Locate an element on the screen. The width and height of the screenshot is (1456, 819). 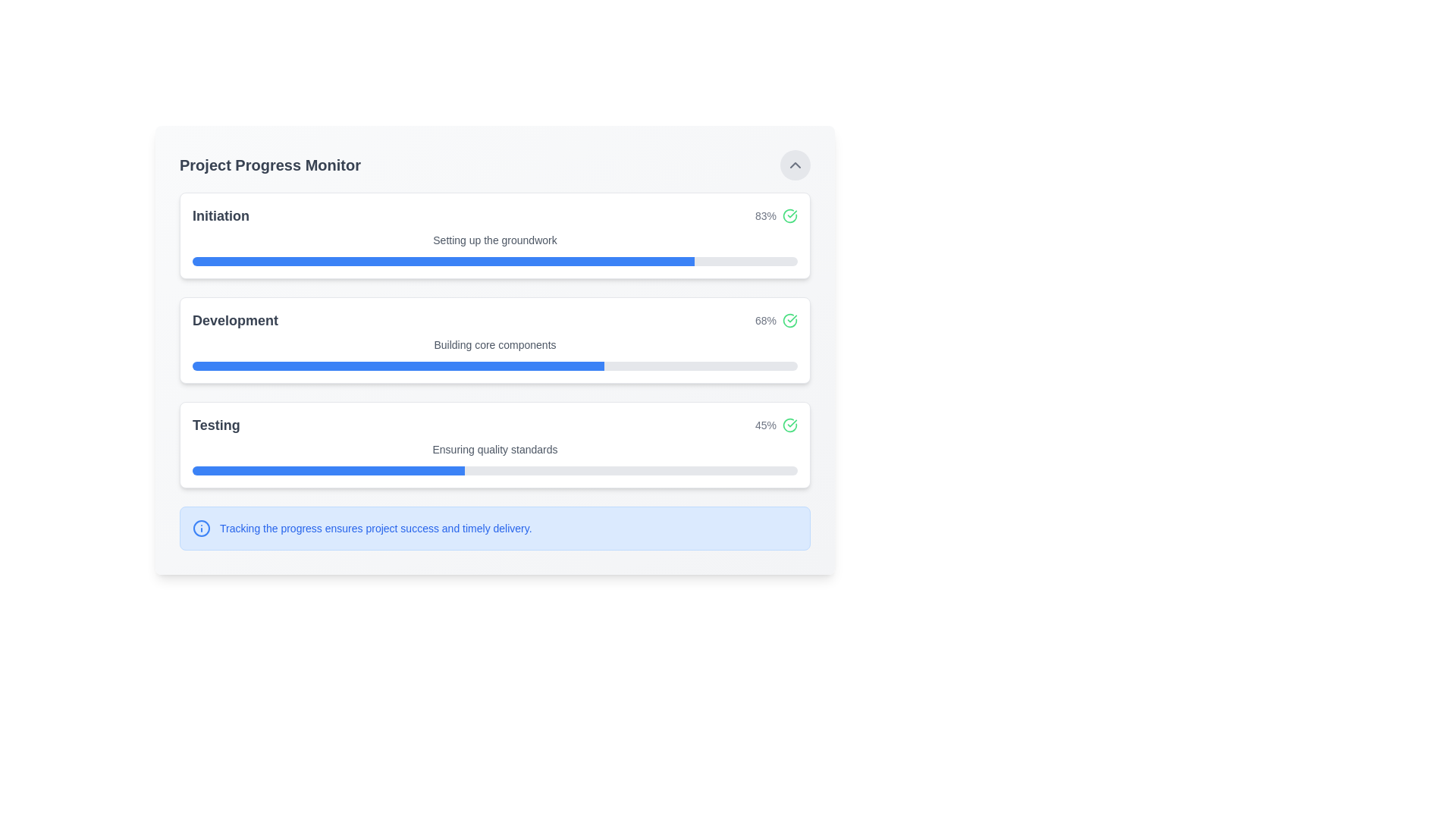
the progress percentage is located at coordinates (542, 366).